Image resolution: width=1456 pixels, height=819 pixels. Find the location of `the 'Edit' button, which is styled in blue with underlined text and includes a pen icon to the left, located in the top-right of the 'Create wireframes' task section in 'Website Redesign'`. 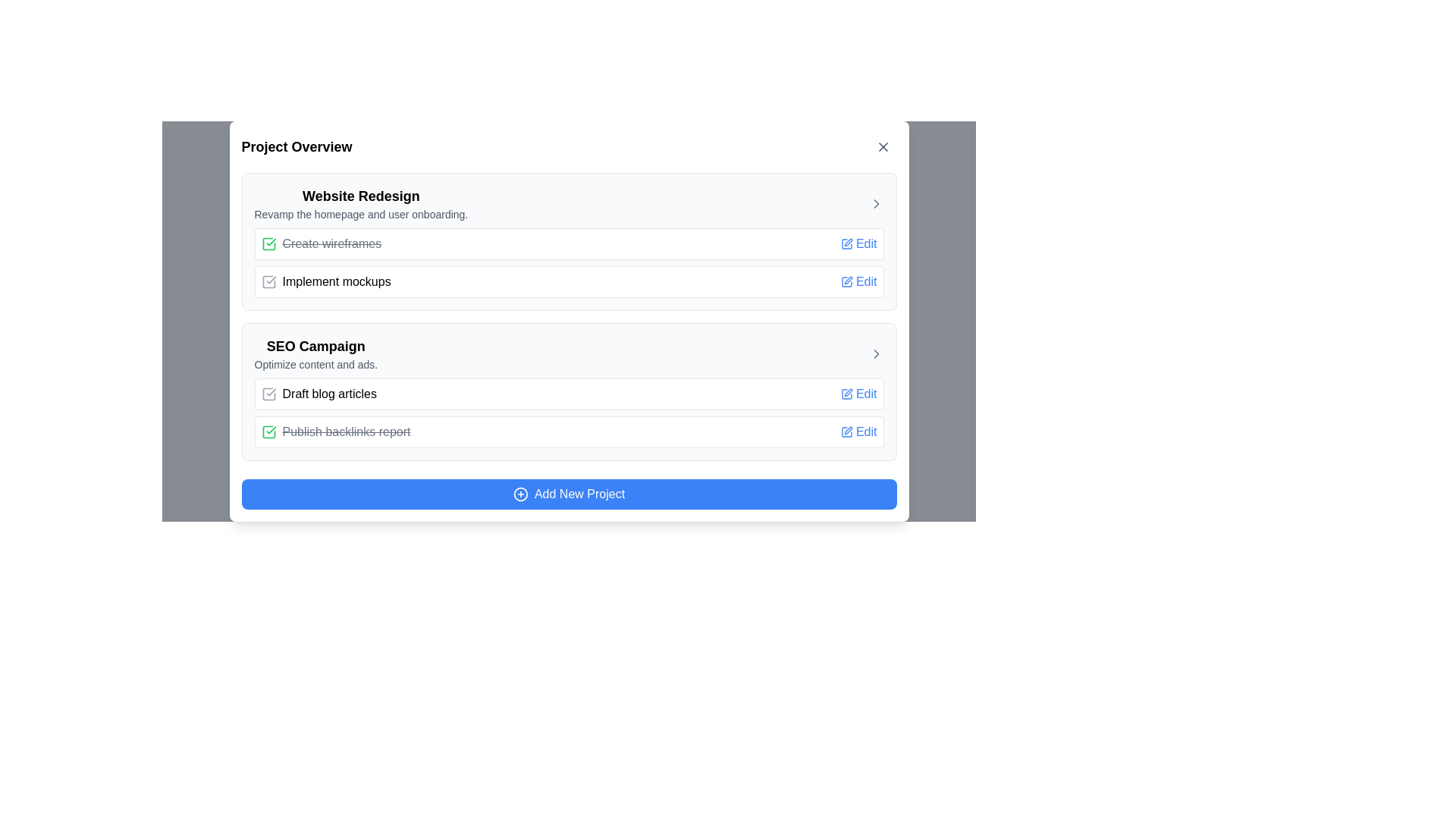

the 'Edit' button, which is styled in blue with underlined text and includes a pen icon to the left, located in the top-right of the 'Create wireframes' task section in 'Website Redesign' is located at coordinates (858, 243).